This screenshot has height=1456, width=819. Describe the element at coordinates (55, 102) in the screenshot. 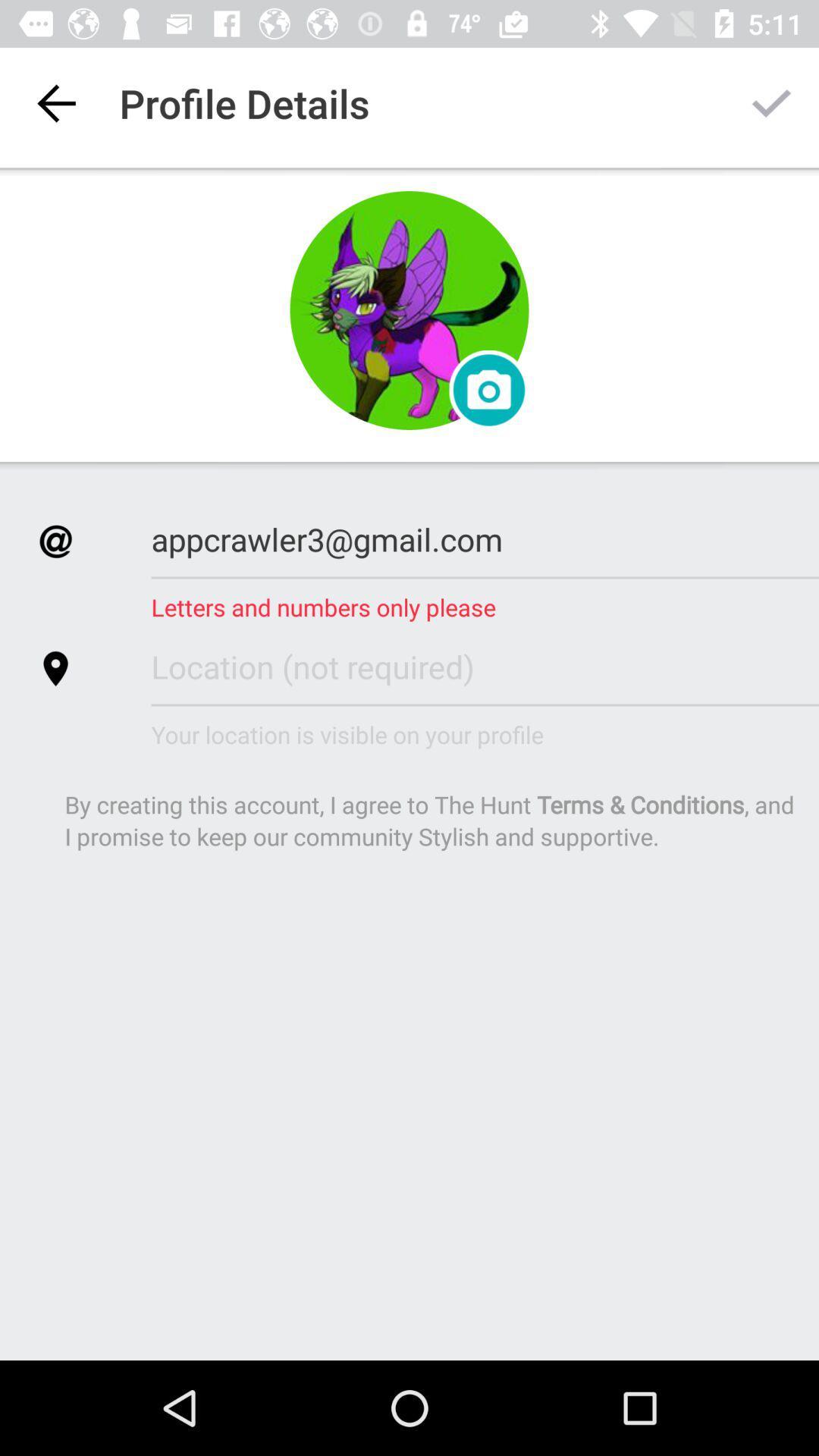

I see `previous` at that location.